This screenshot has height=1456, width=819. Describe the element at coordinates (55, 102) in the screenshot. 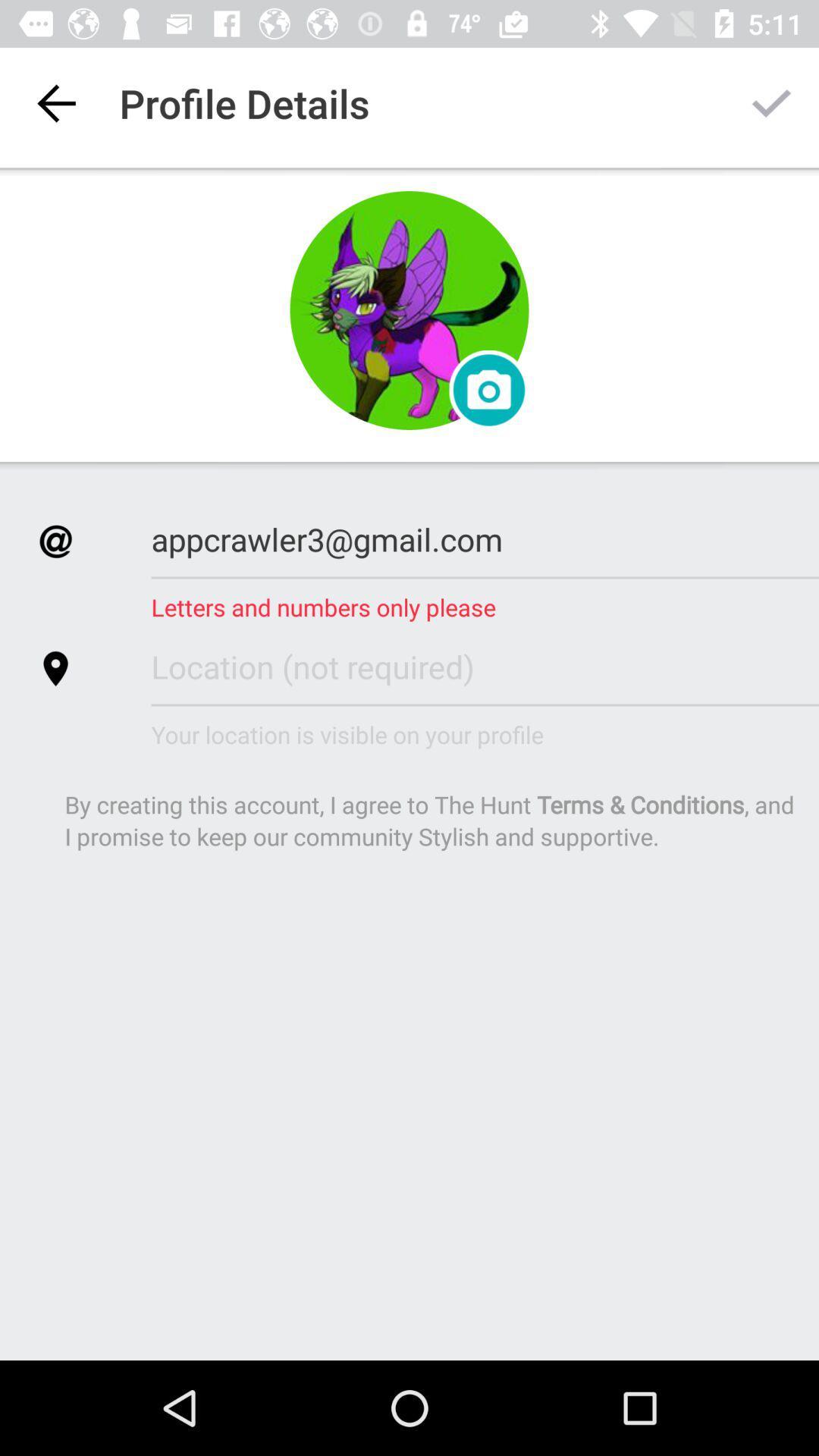

I see `previous` at that location.